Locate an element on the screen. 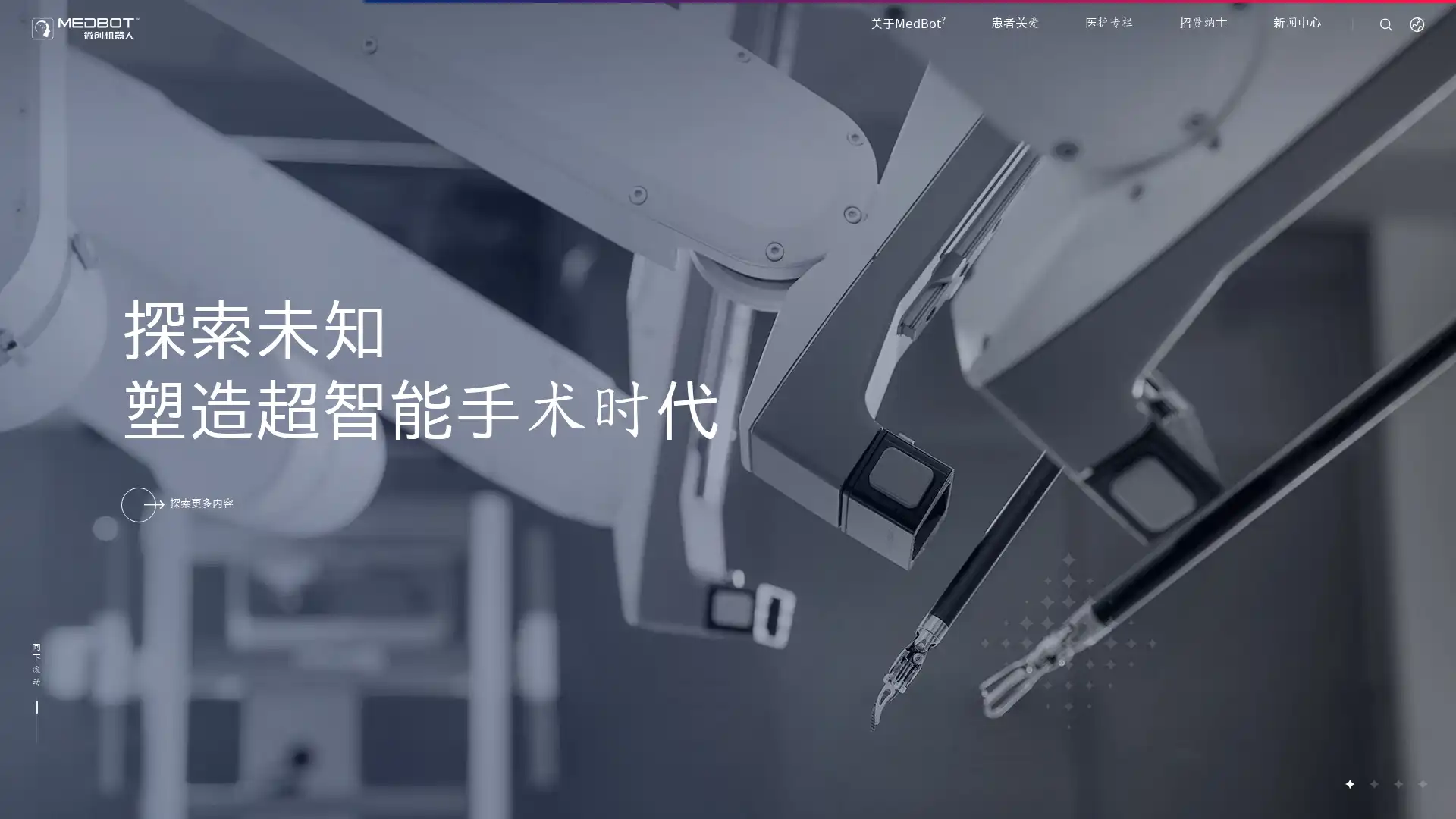 The image size is (1456, 819). Go to slide 4 is located at coordinates (1421, 783).